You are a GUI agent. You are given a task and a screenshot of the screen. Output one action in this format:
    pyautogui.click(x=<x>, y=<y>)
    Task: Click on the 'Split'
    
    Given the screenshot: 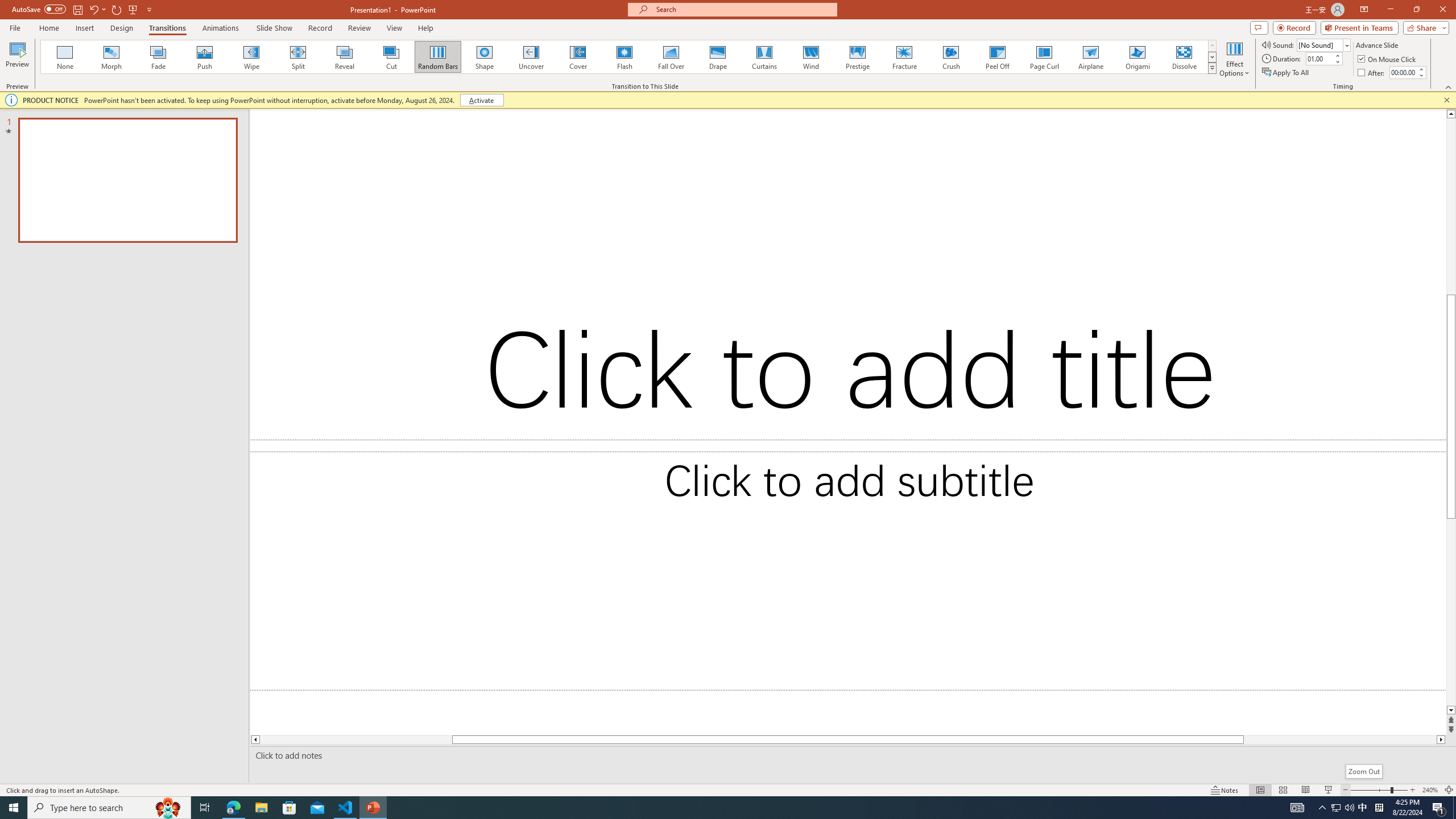 What is the action you would take?
    pyautogui.click(x=297, y=56)
    